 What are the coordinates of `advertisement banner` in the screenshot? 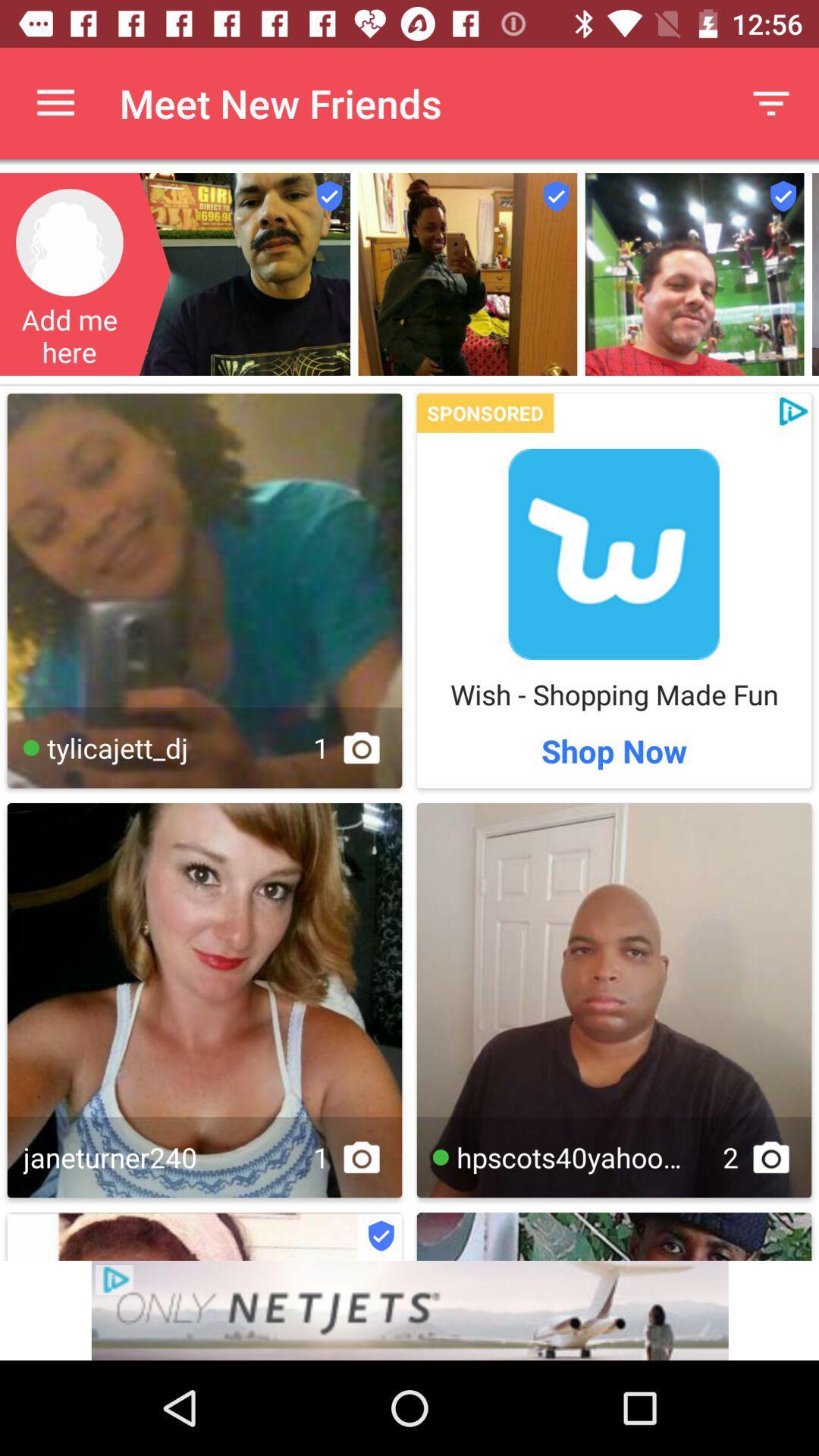 It's located at (614, 553).